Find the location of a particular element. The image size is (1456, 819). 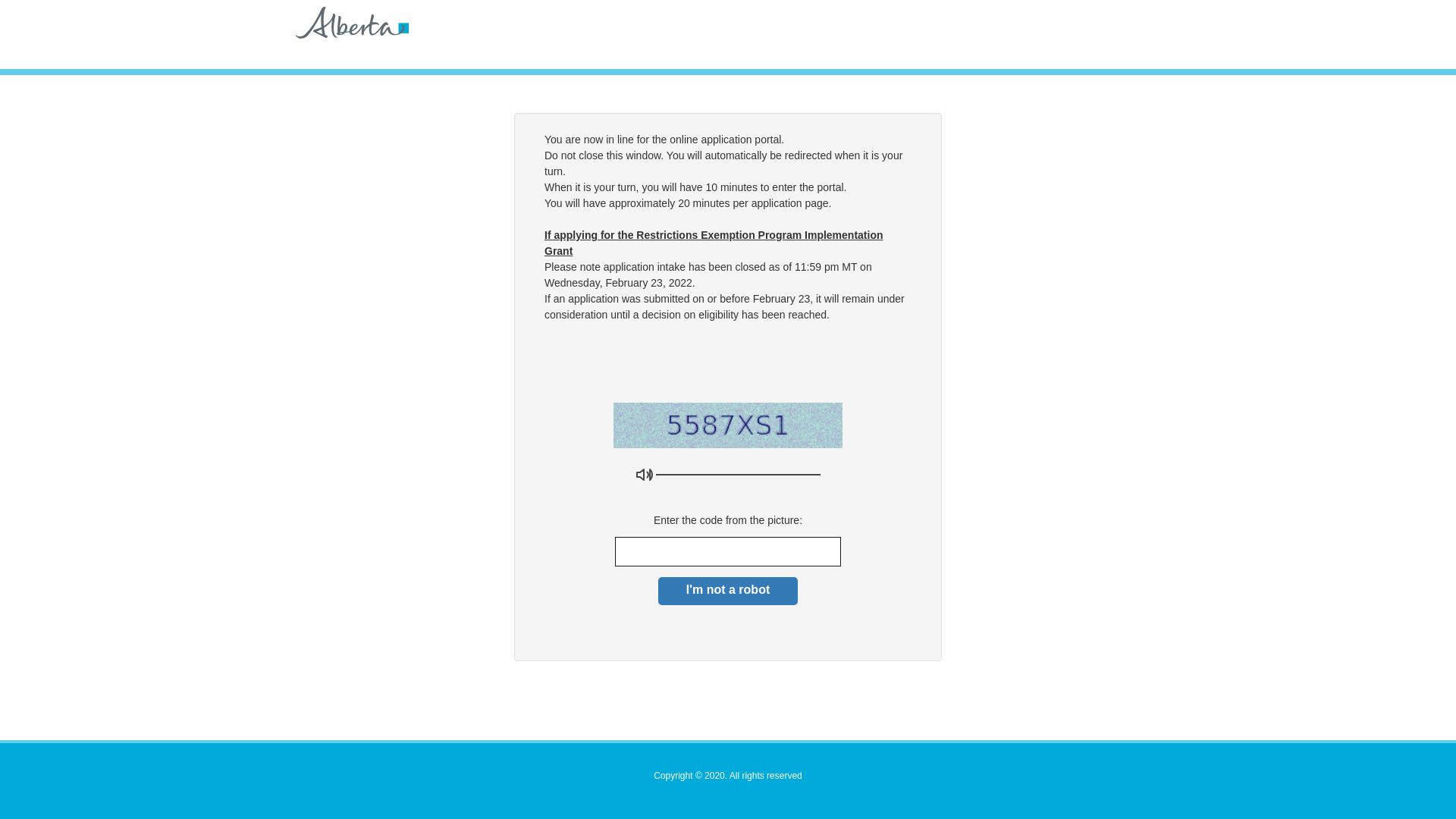

'I'm not a robot' is located at coordinates (728, 590).